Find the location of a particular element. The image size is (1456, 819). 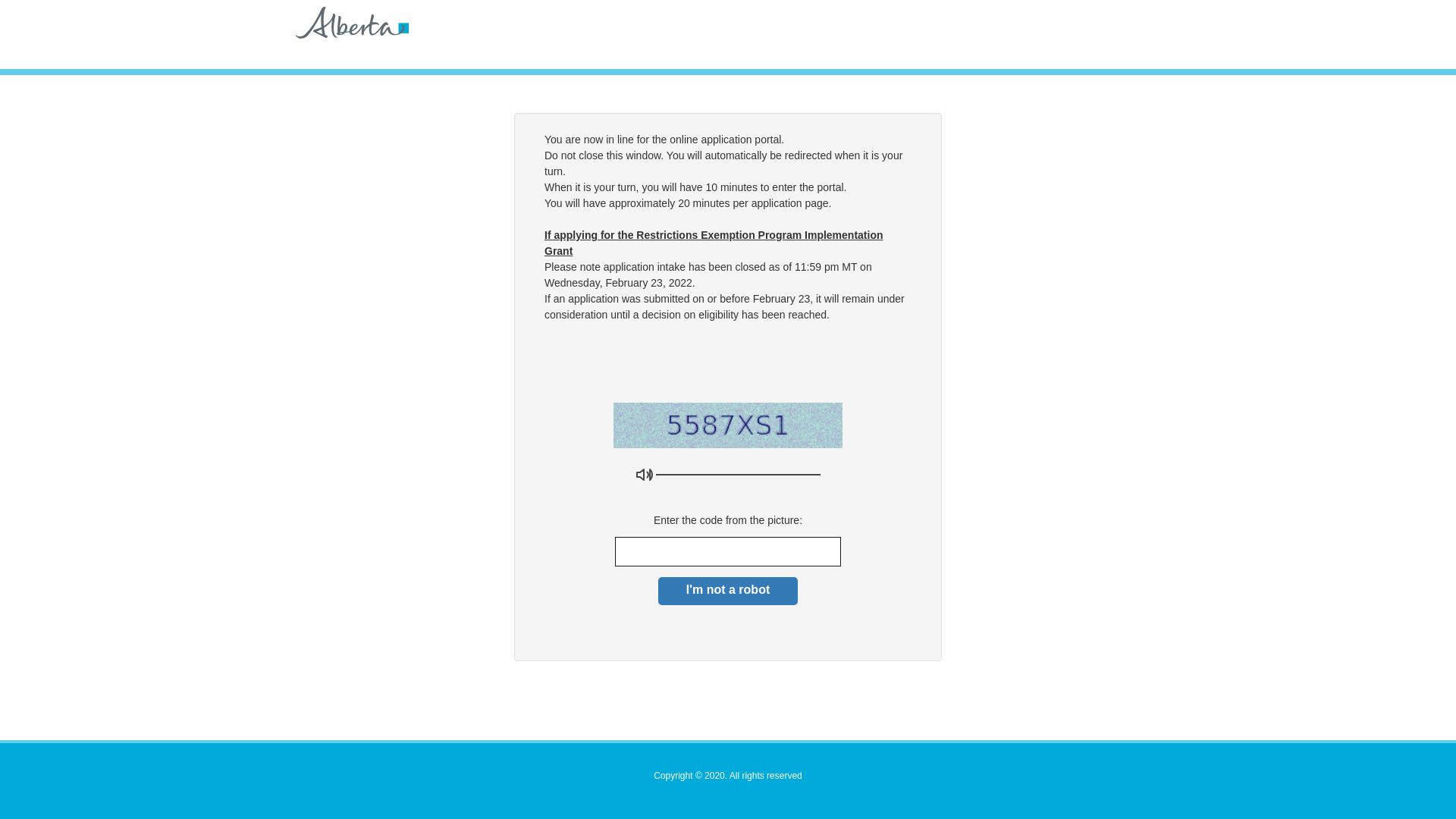

'I'm not a robot' is located at coordinates (728, 590).